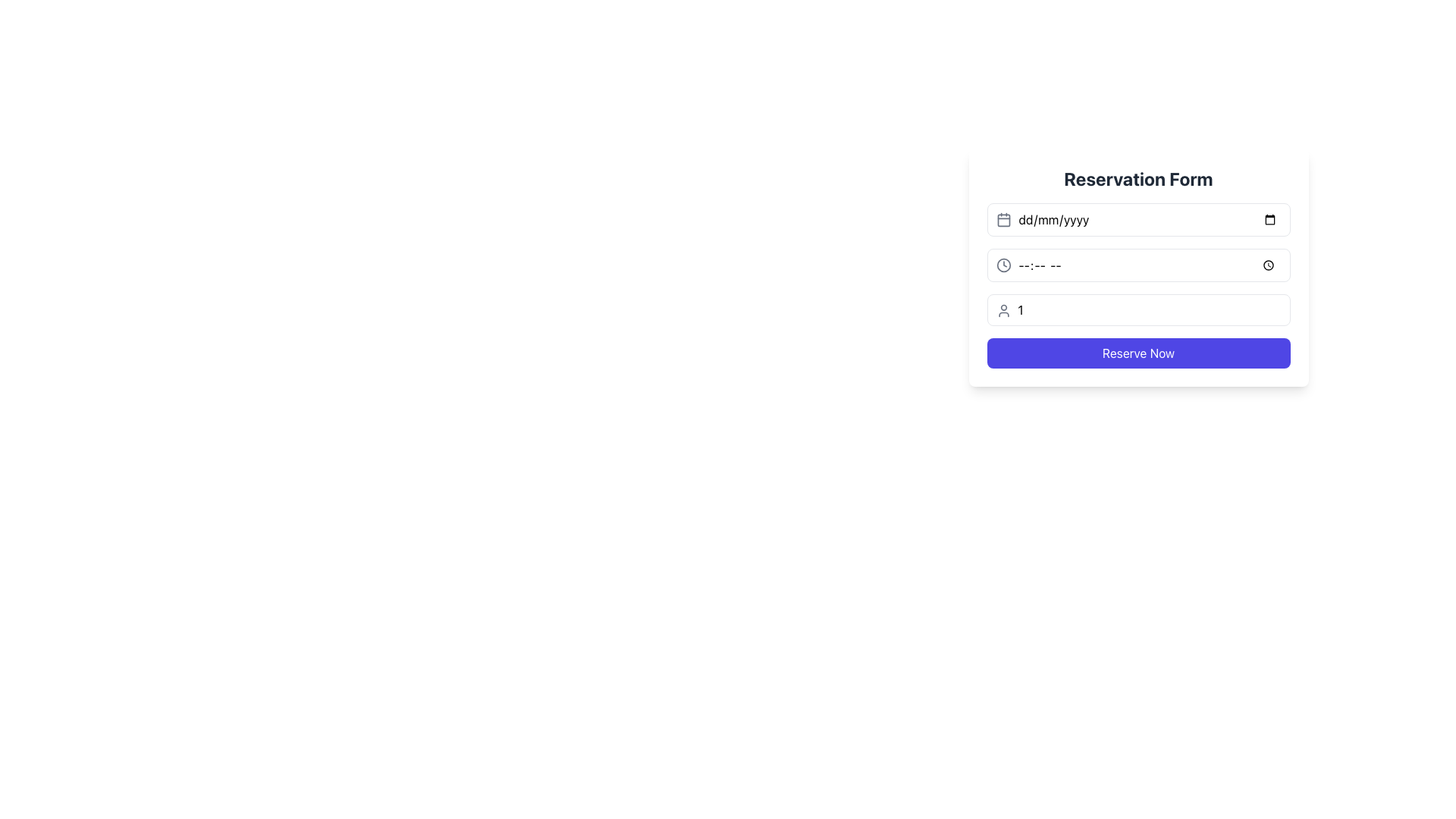  I want to click on the Circle (SVG component) inside the clock icon, which indicates time selection functionality in the form's time input field, so click(1003, 265).